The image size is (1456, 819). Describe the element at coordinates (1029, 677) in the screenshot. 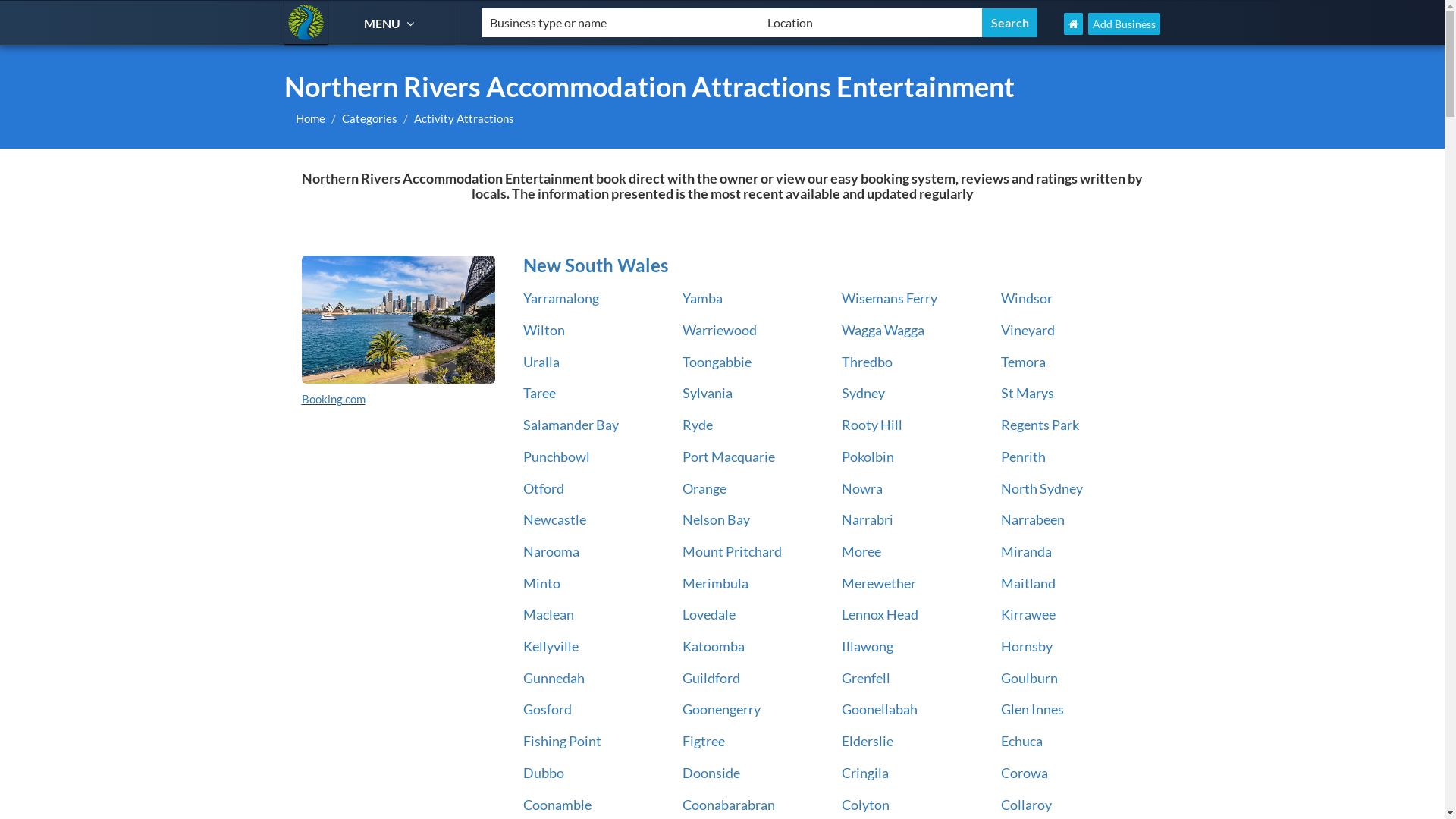

I see `'Goulburn'` at that location.